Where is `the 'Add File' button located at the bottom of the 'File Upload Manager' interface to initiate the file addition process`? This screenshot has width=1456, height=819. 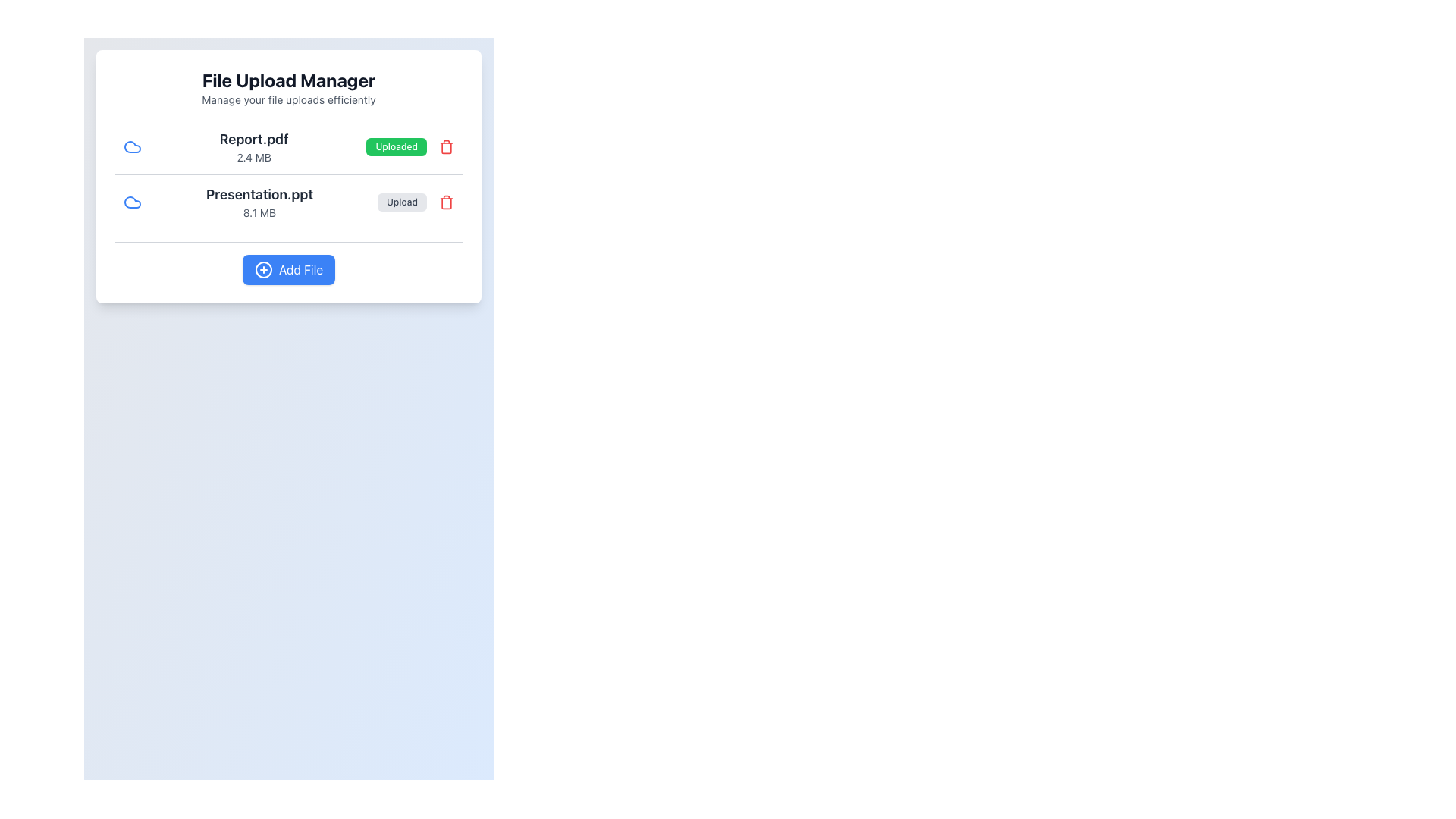
the 'Add File' button located at the bottom of the 'File Upload Manager' interface to initiate the file addition process is located at coordinates (288, 268).